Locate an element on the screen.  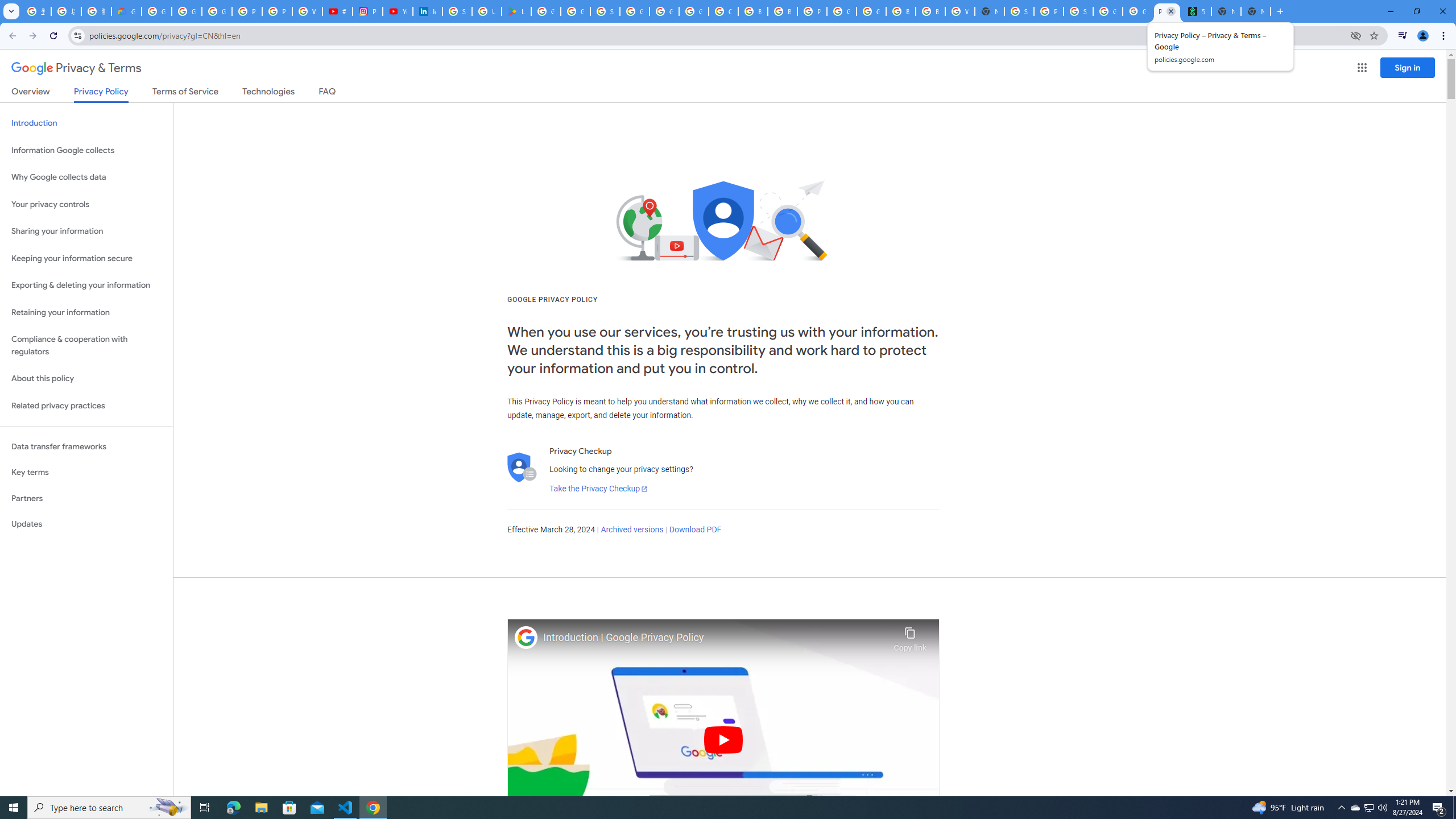
'Google Cloud Platform' is located at coordinates (871, 11).